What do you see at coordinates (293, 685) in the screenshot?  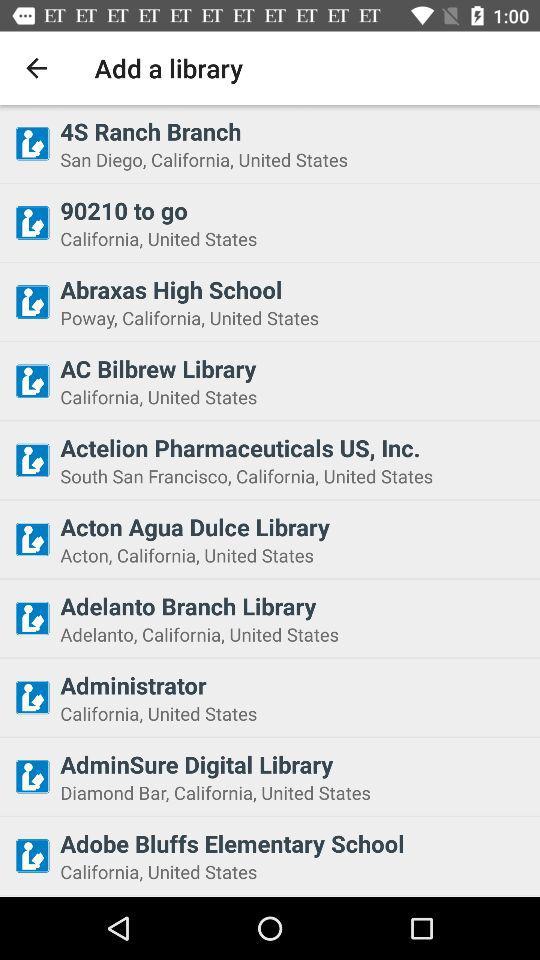 I see `icon below the adelanto california united item` at bounding box center [293, 685].